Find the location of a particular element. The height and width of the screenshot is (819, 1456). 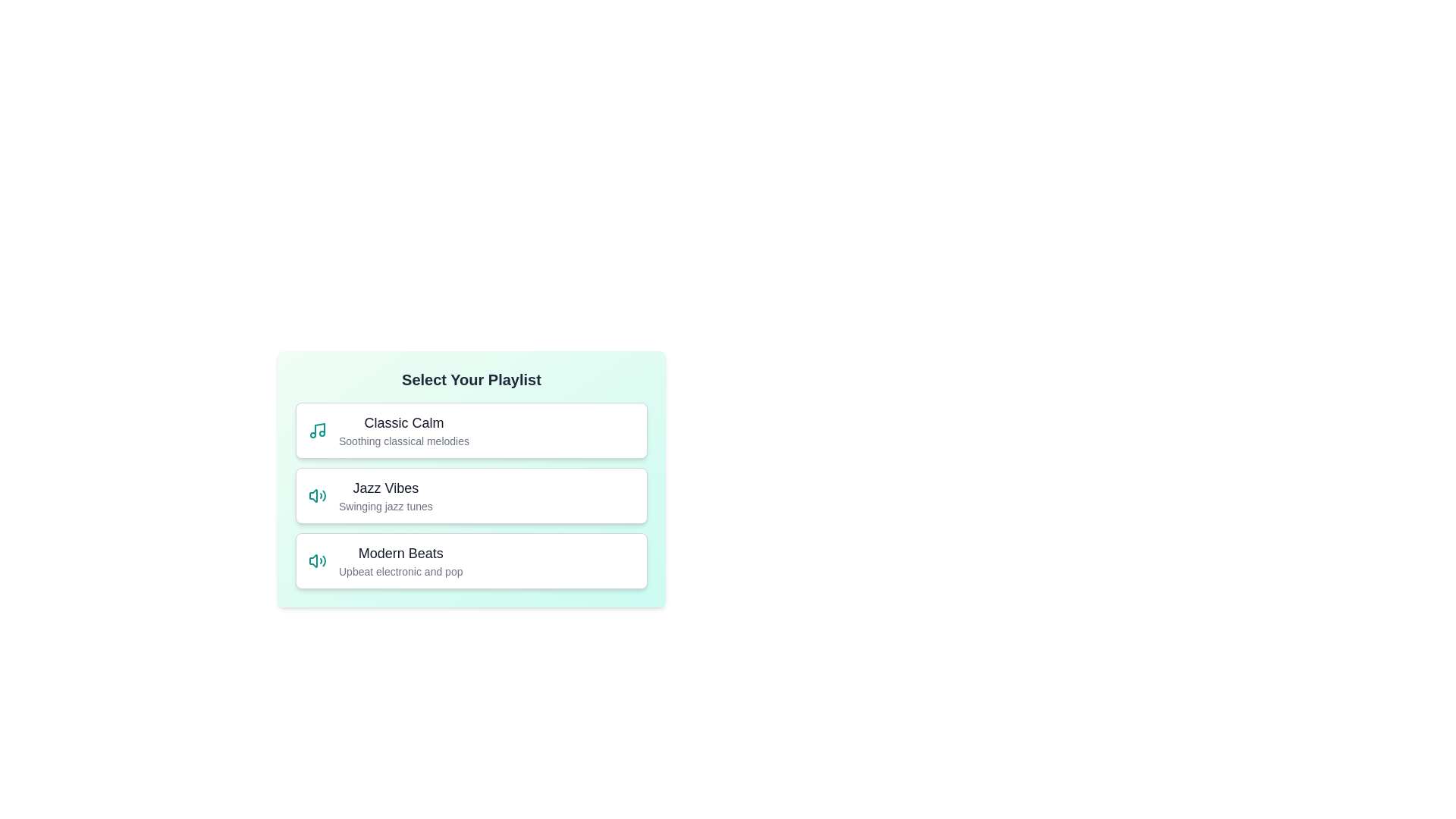

the sound volume icon located in the third playlist item titled 'Modern Beats' is located at coordinates (312, 561).